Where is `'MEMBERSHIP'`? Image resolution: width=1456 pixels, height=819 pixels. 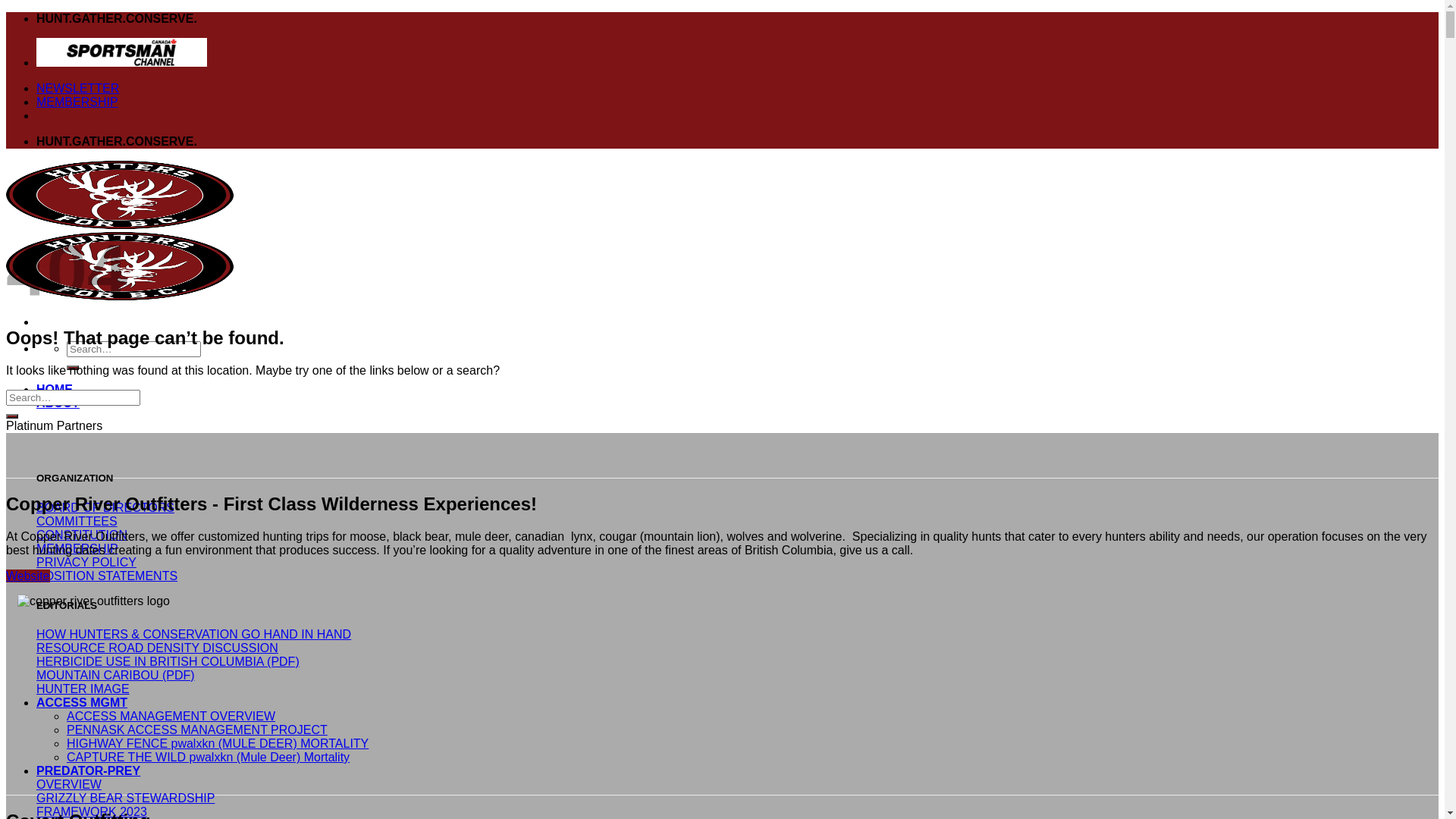
'MEMBERSHIP' is located at coordinates (76, 102).